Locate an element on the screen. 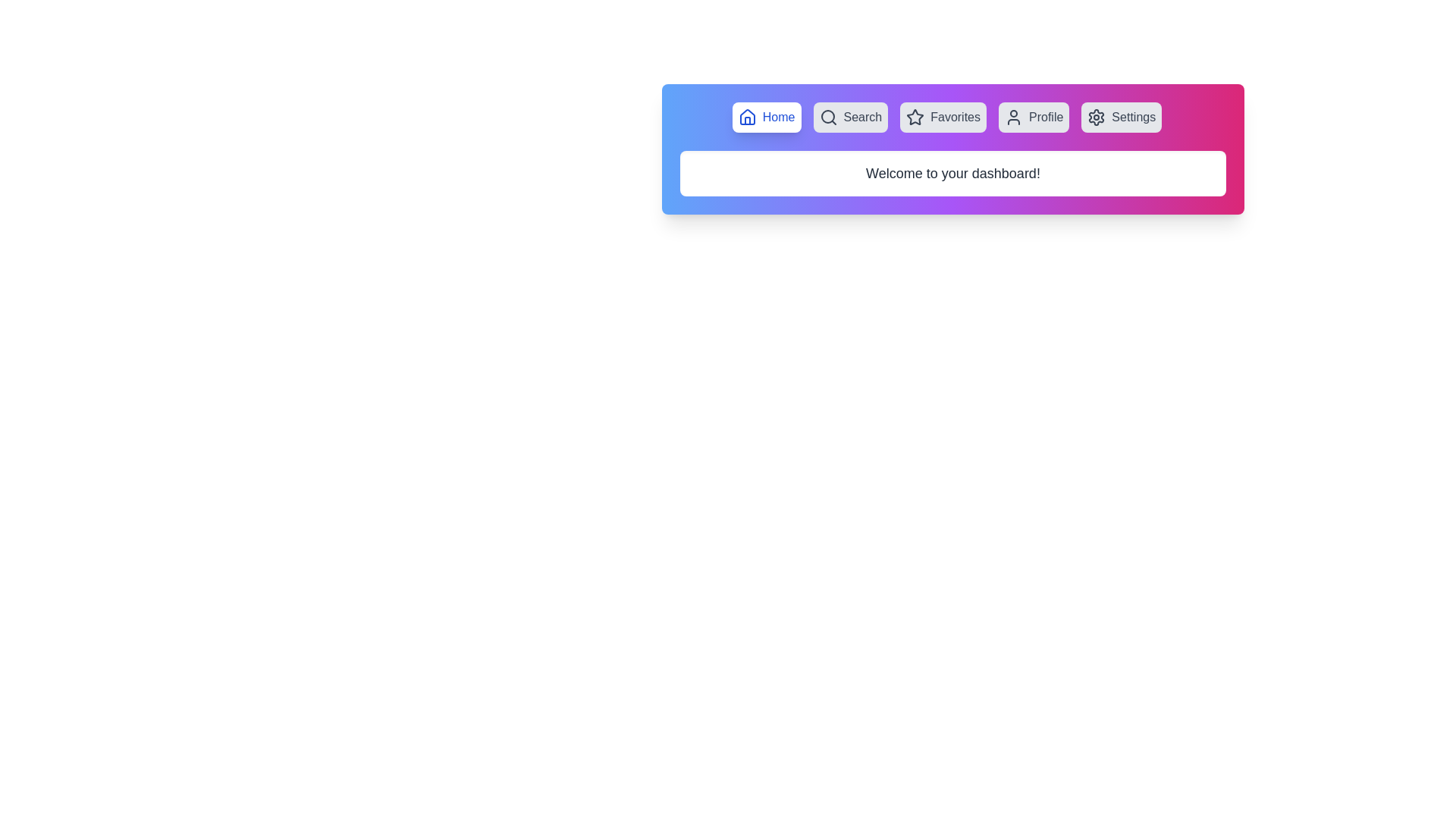 The width and height of the screenshot is (1456, 819). the Favorites navigation button, which is the third item in the horizontal navigation bar, to observe visual feedback is located at coordinates (943, 116).